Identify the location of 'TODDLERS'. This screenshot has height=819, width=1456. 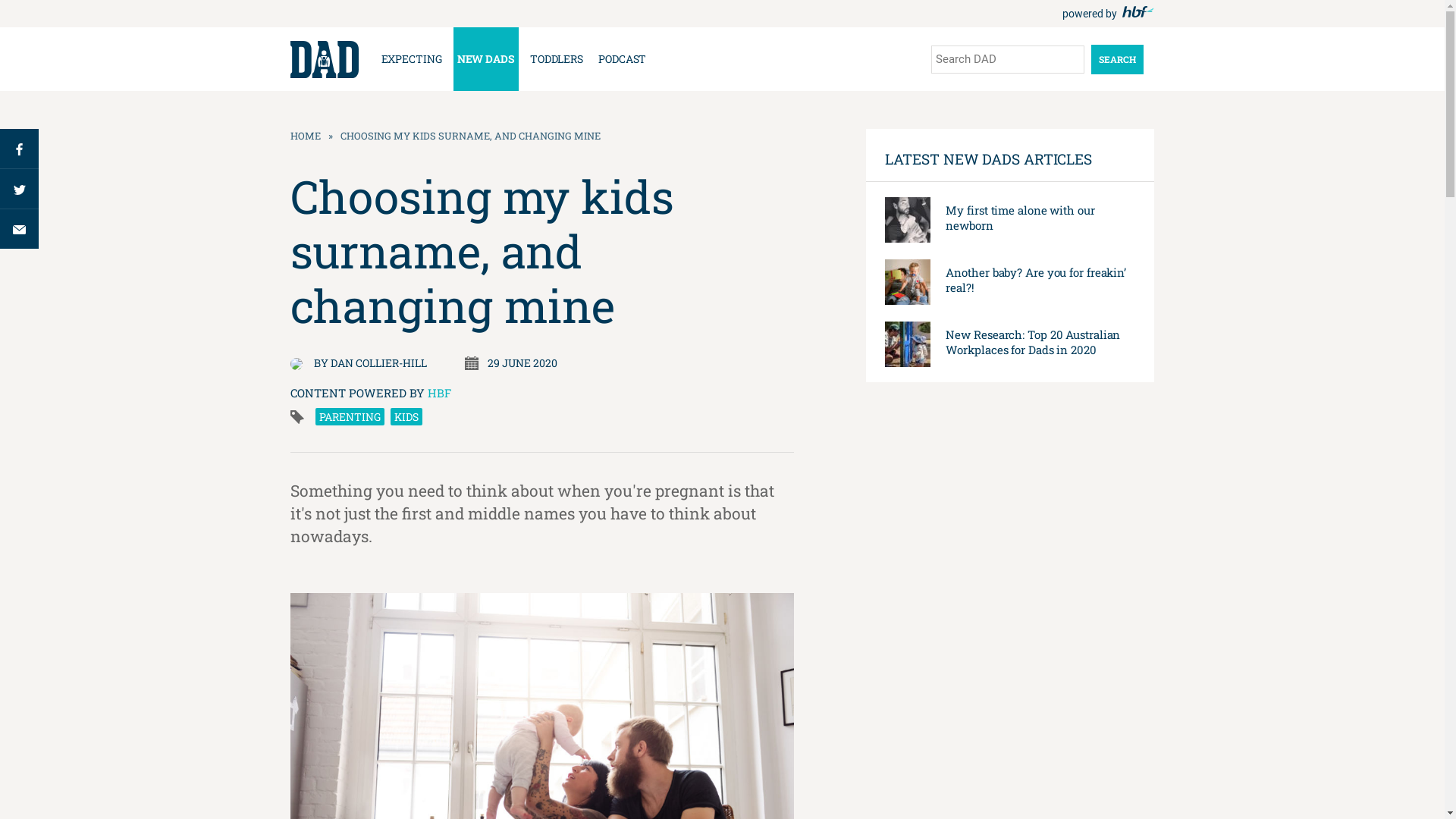
(526, 58).